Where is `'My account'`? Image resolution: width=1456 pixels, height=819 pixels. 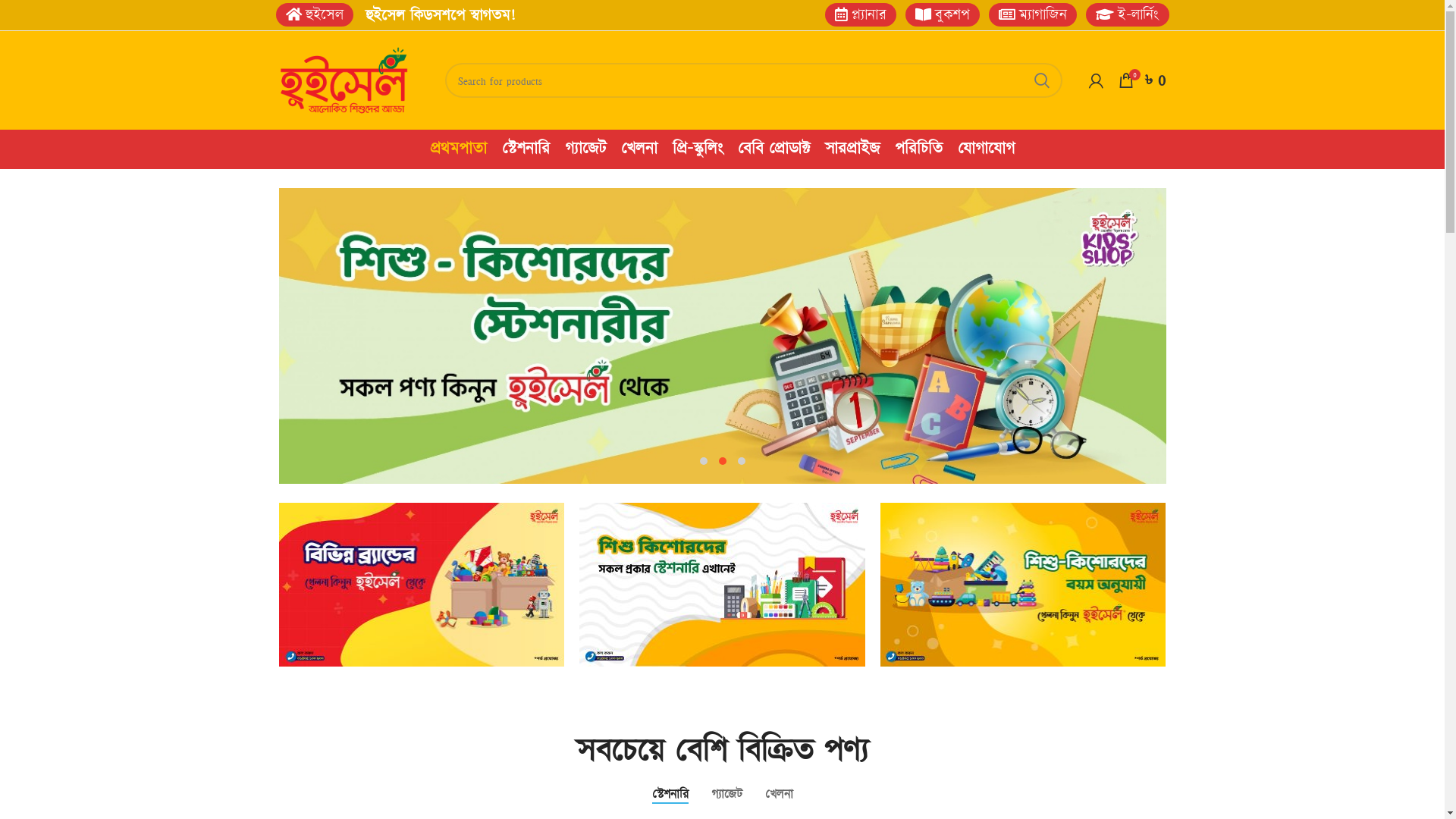
'My account' is located at coordinates (1096, 80).